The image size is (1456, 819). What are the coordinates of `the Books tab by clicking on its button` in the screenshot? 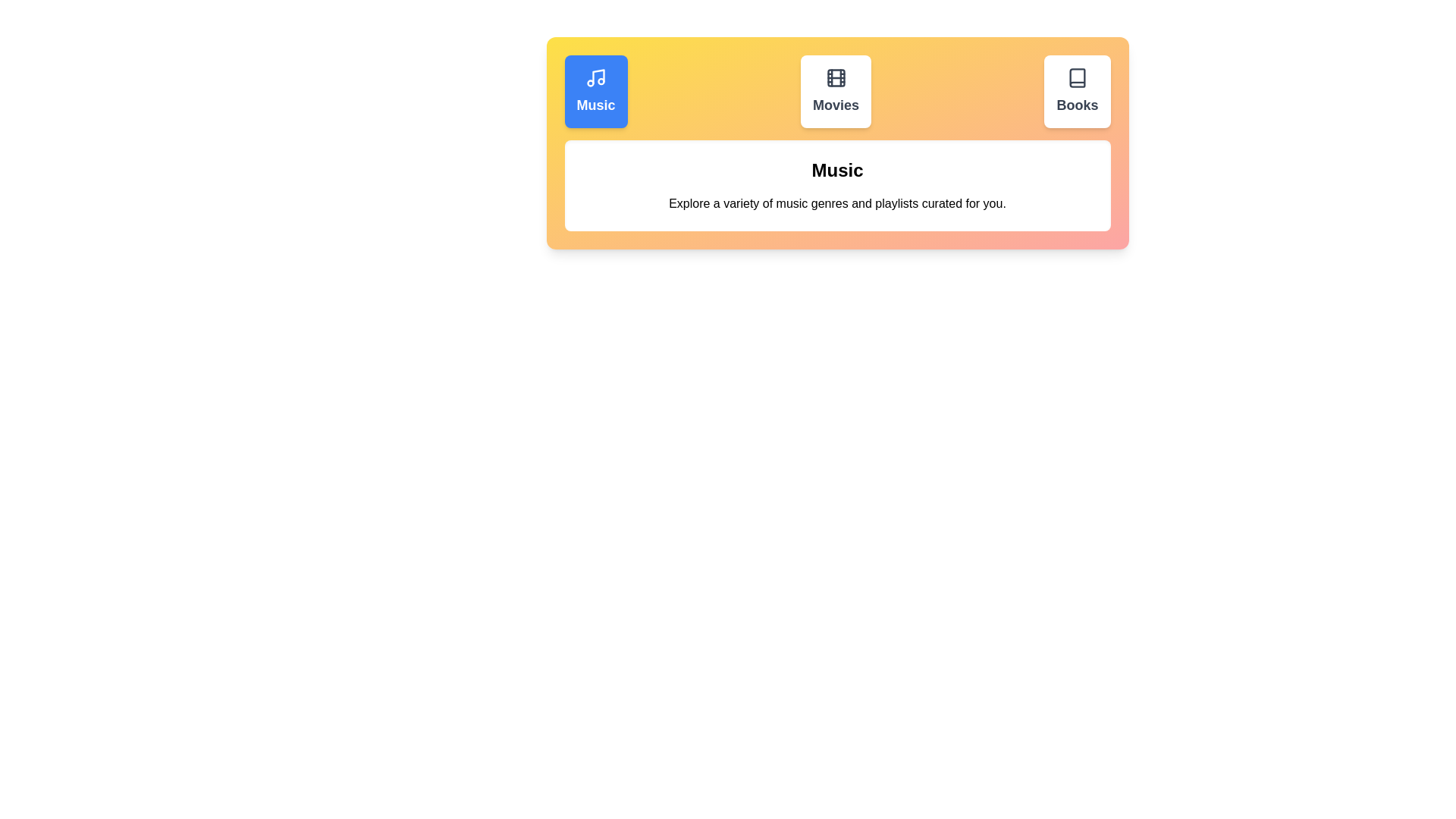 It's located at (1076, 91).